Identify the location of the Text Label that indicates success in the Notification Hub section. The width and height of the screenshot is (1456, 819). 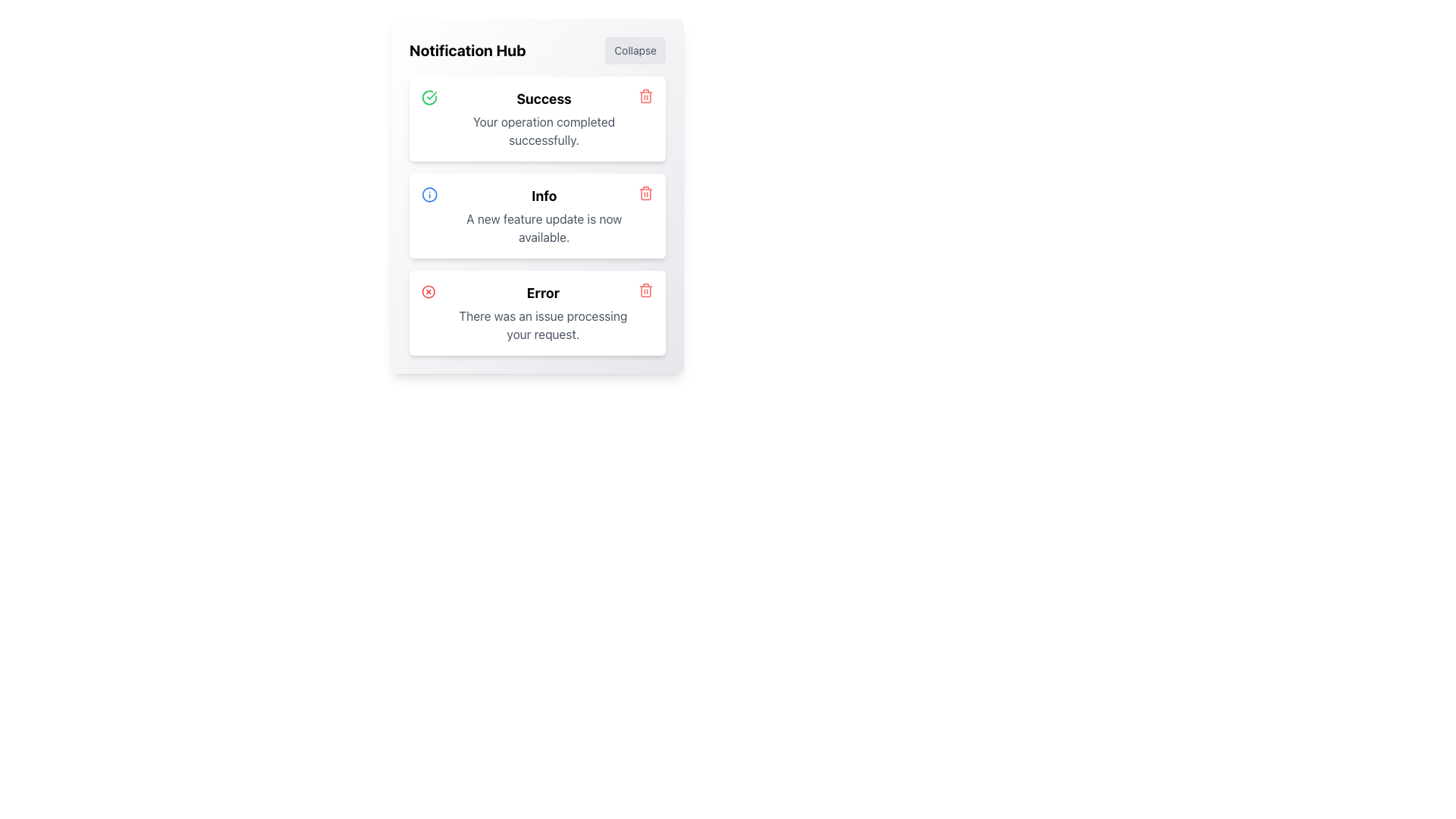
(544, 99).